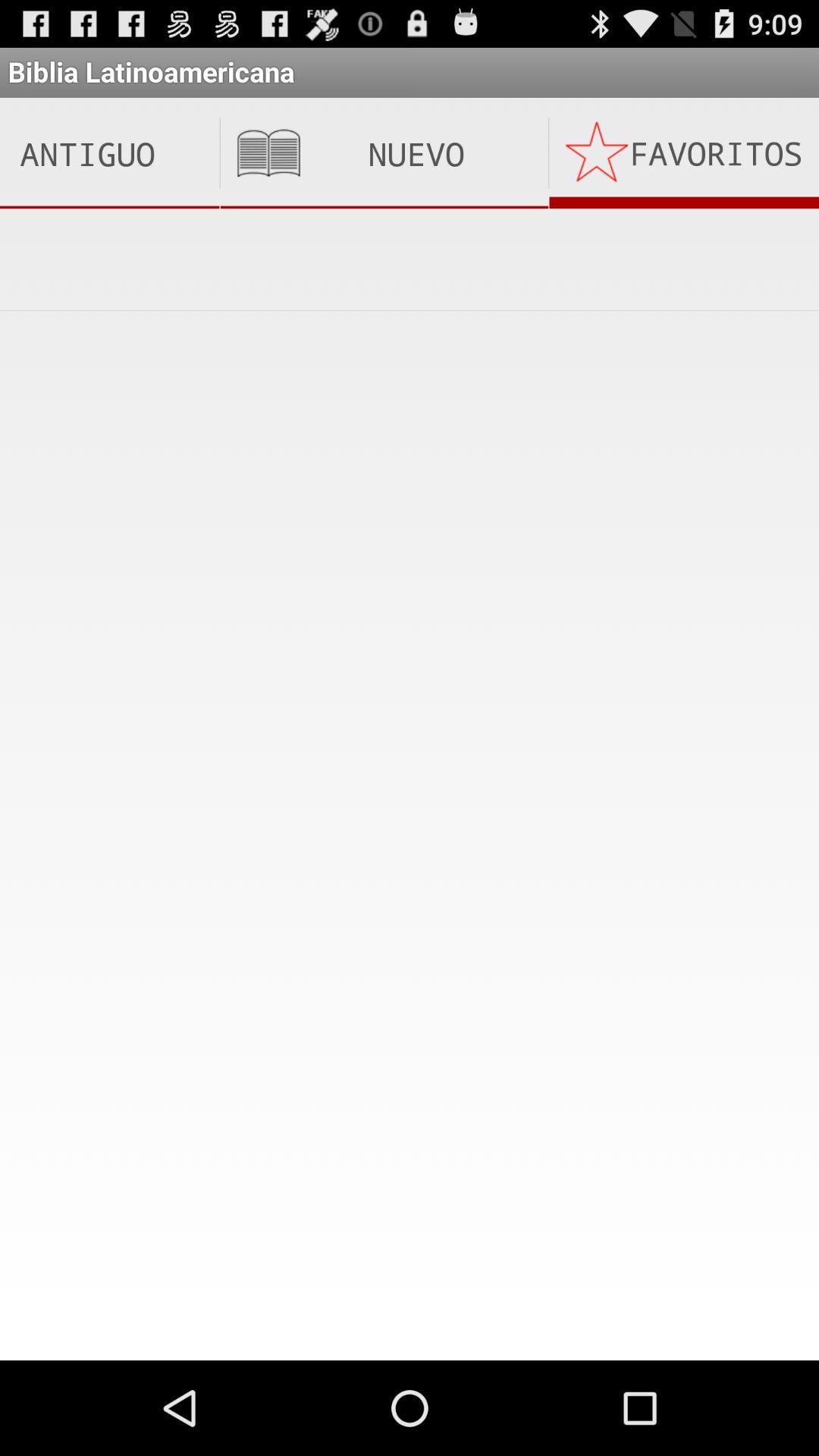 This screenshot has width=819, height=1456. What do you see at coordinates (108, 153) in the screenshot?
I see `the app below biblia latinoamericana item` at bounding box center [108, 153].